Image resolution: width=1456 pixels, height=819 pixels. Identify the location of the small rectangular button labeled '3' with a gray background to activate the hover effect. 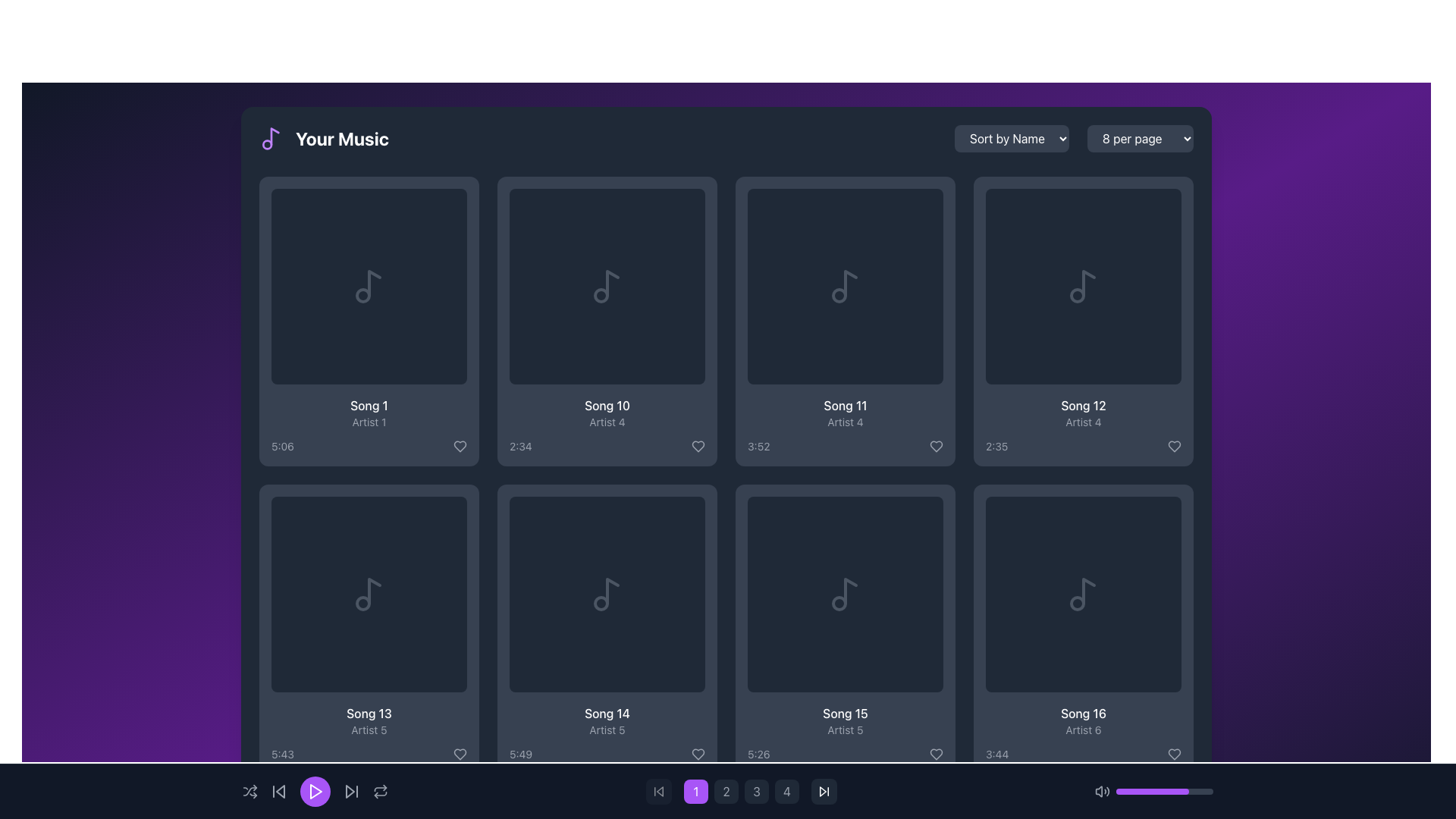
(757, 791).